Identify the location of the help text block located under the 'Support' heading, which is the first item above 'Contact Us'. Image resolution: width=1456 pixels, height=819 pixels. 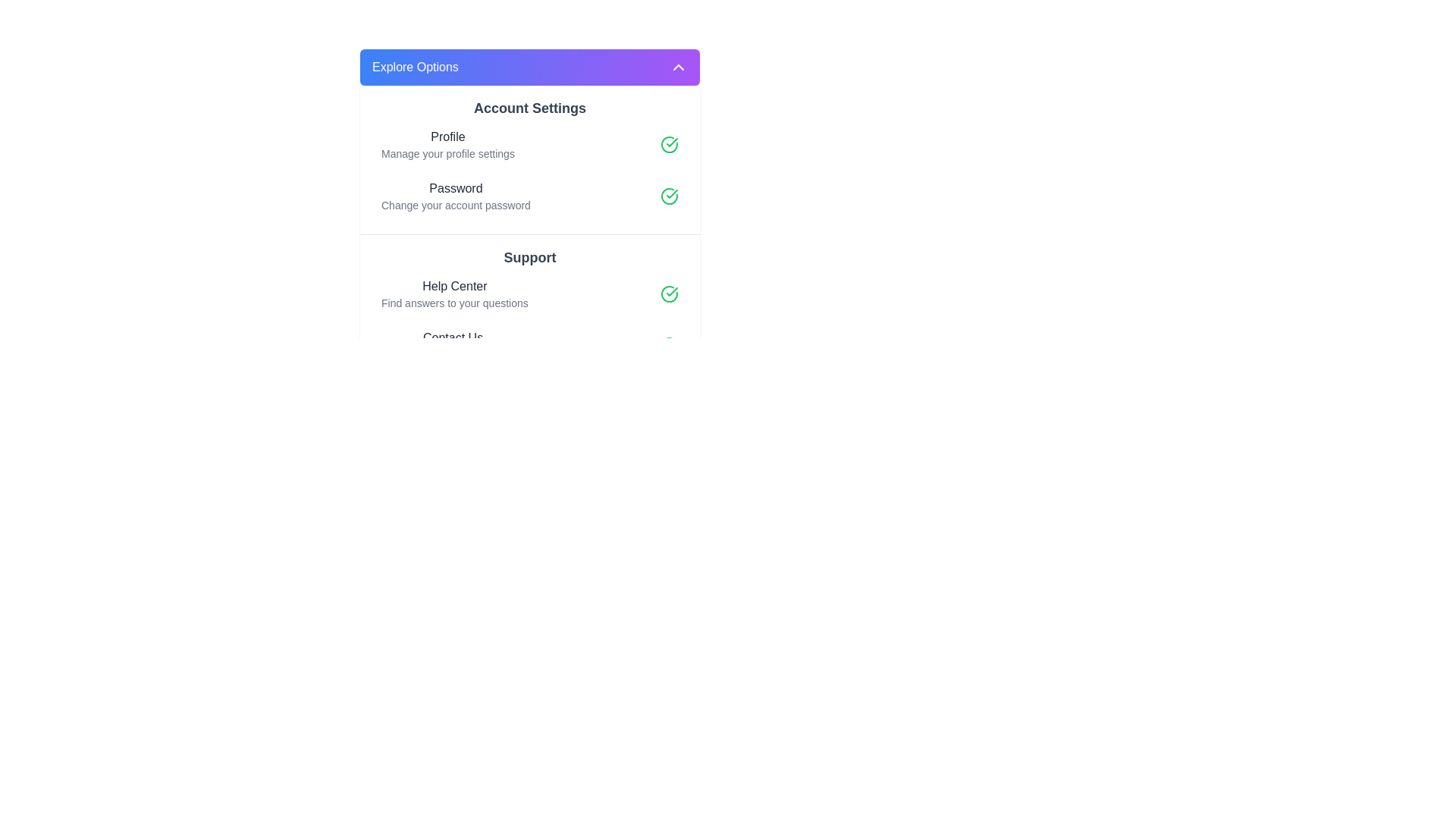
(453, 294).